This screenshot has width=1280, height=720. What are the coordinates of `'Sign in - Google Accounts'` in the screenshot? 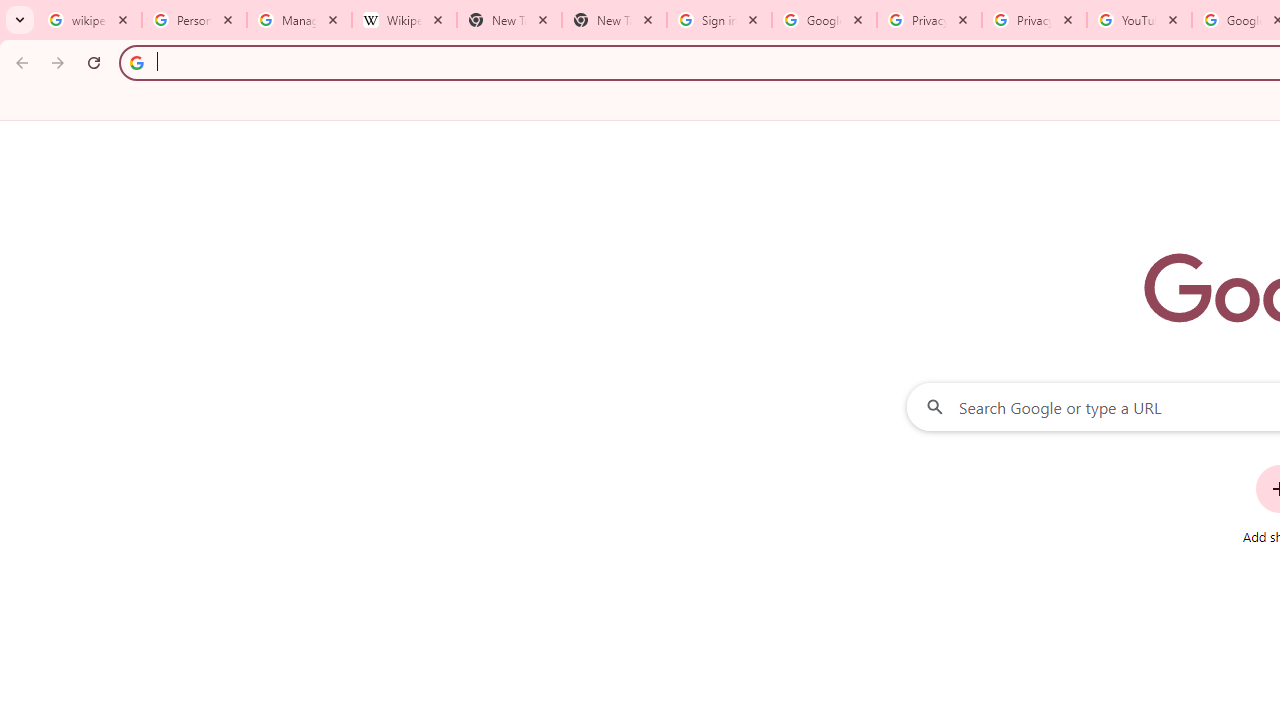 It's located at (719, 20).